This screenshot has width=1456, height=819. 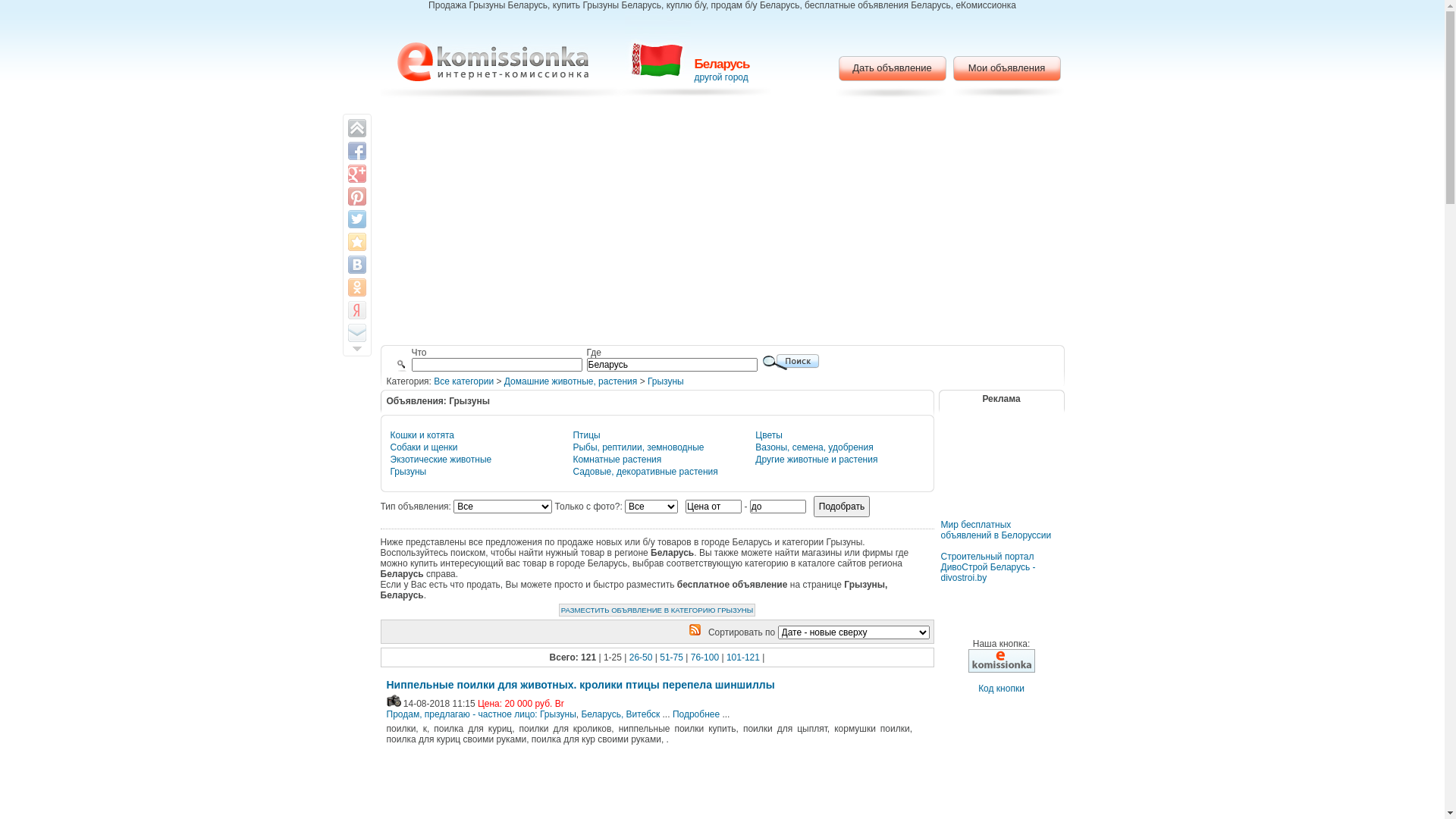 I want to click on '26-50', so click(x=641, y=657).